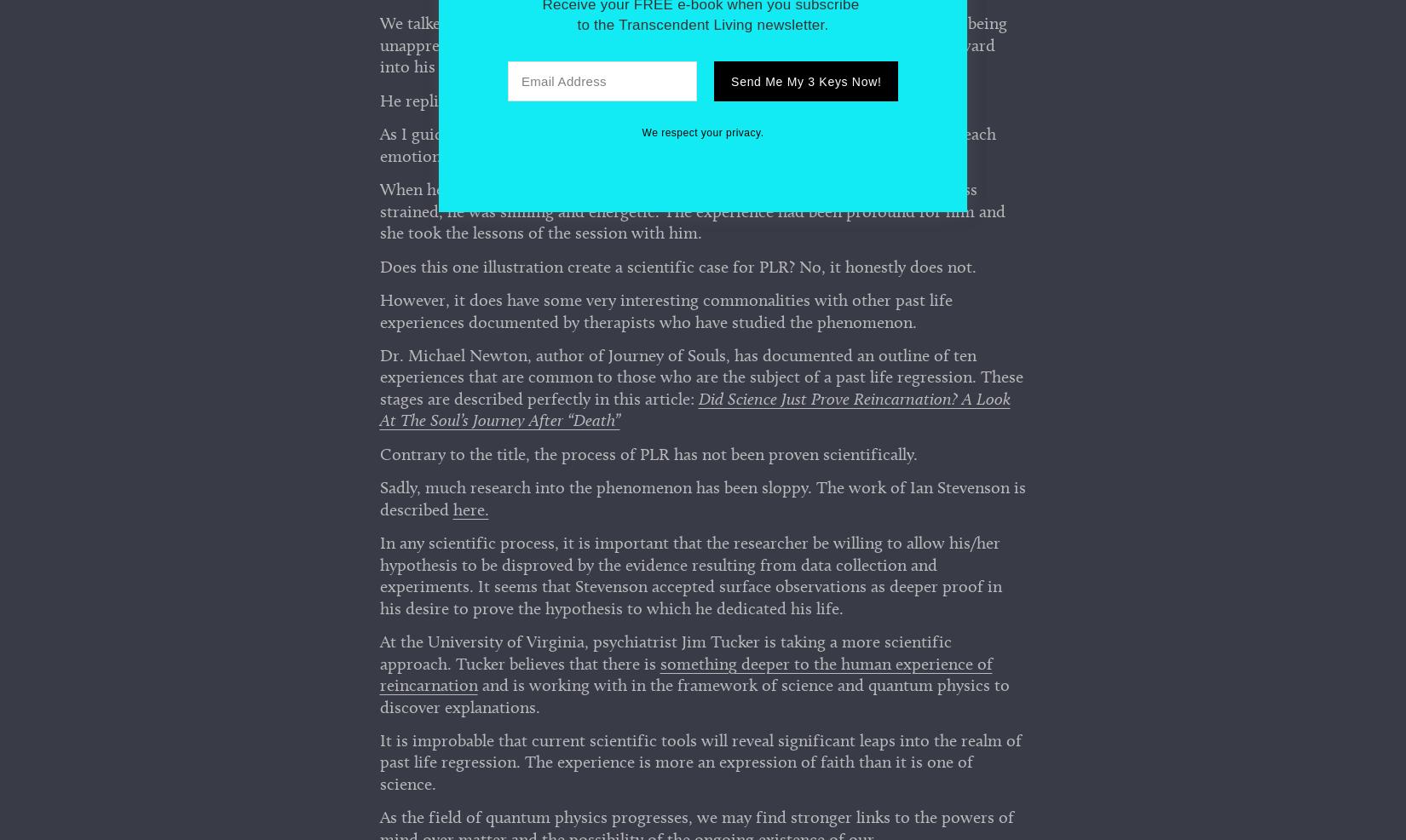 The height and width of the screenshot is (840, 1406). What do you see at coordinates (664, 658) in the screenshot?
I see `'At the University of Virginia, psychiatrist Jim Tucker is taking a more scientific approach. Tucker believes that there is'` at bounding box center [664, 658].